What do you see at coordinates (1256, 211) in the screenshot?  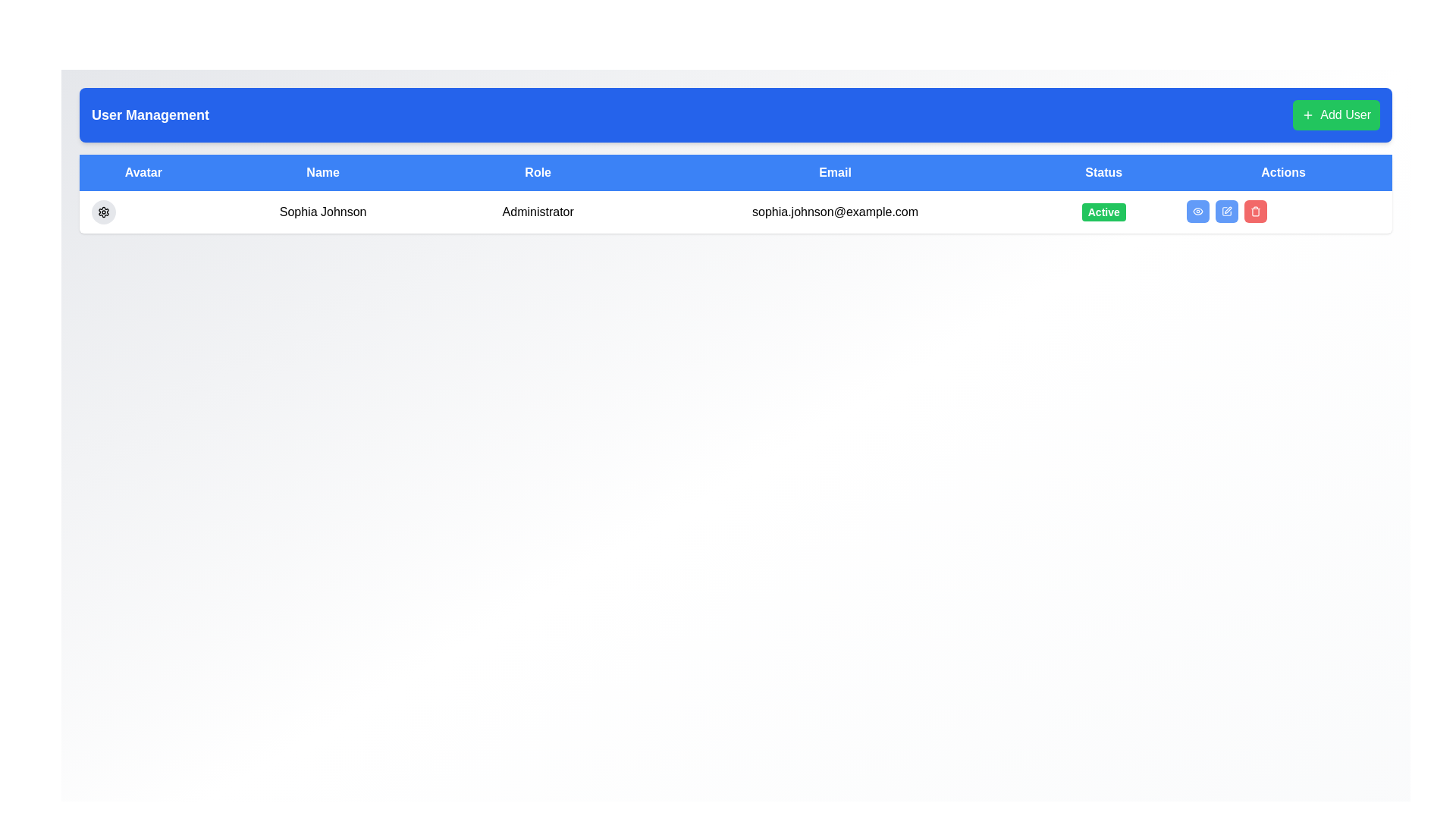 I see `the deletion icon located at the right end of the Actions column in the user management table` at bounding box center [1256, 211].